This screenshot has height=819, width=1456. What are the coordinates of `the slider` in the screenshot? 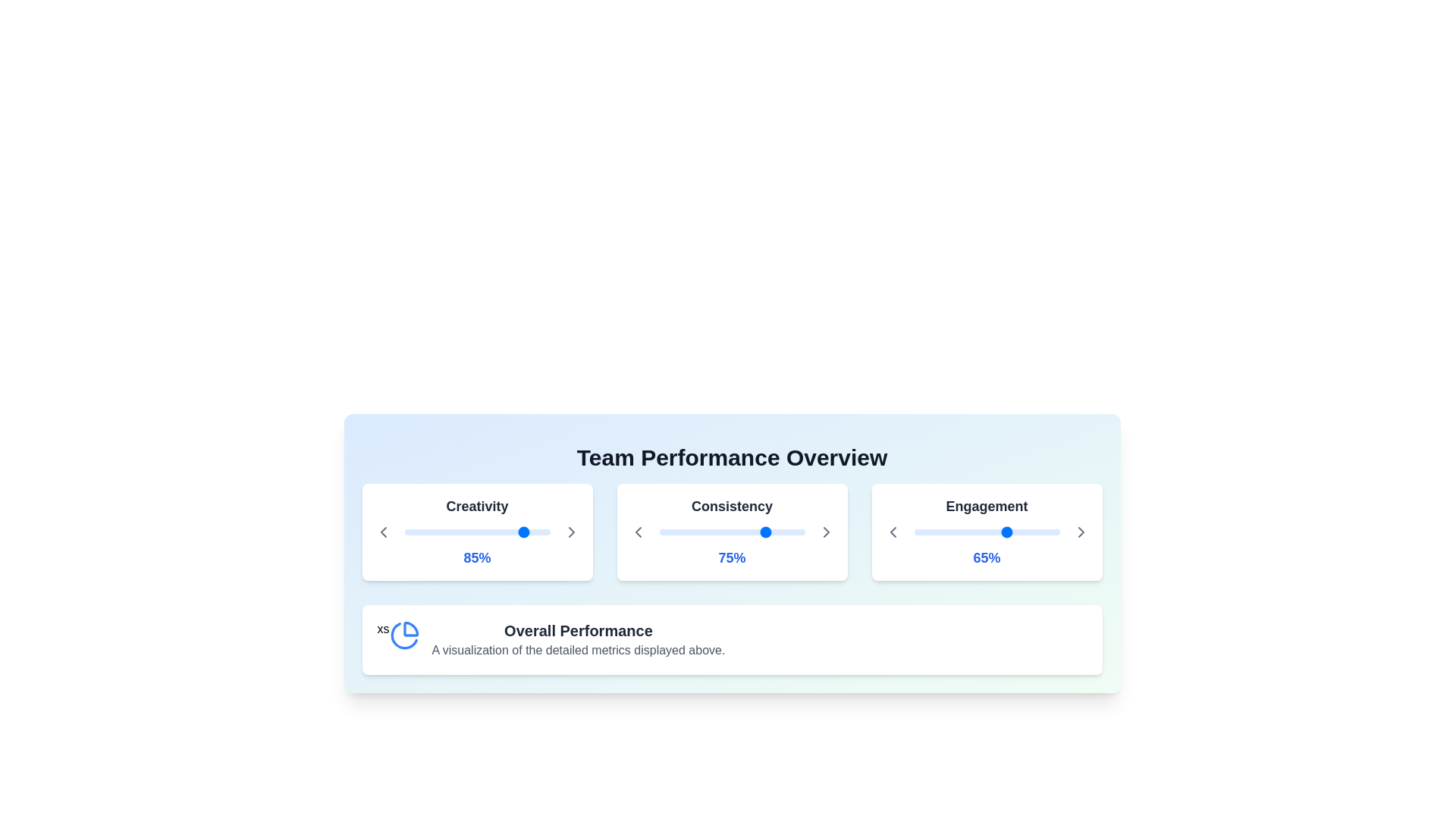 It's located at (507, 532).